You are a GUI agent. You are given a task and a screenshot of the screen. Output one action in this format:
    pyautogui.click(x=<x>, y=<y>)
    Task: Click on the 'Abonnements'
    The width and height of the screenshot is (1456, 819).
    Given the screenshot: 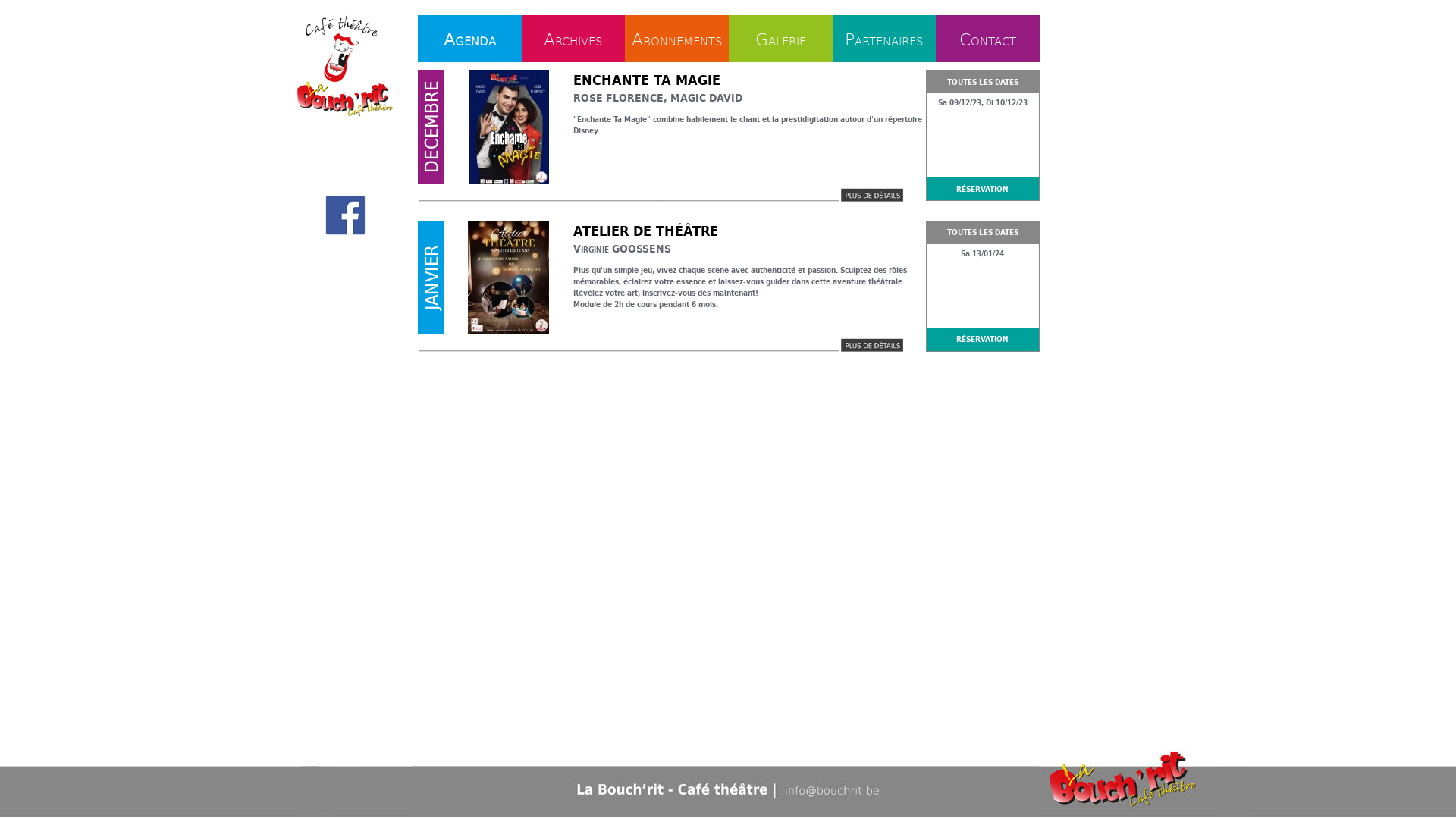 What is the action you would take?
    pyautogui.click(x=676, y=37)
    